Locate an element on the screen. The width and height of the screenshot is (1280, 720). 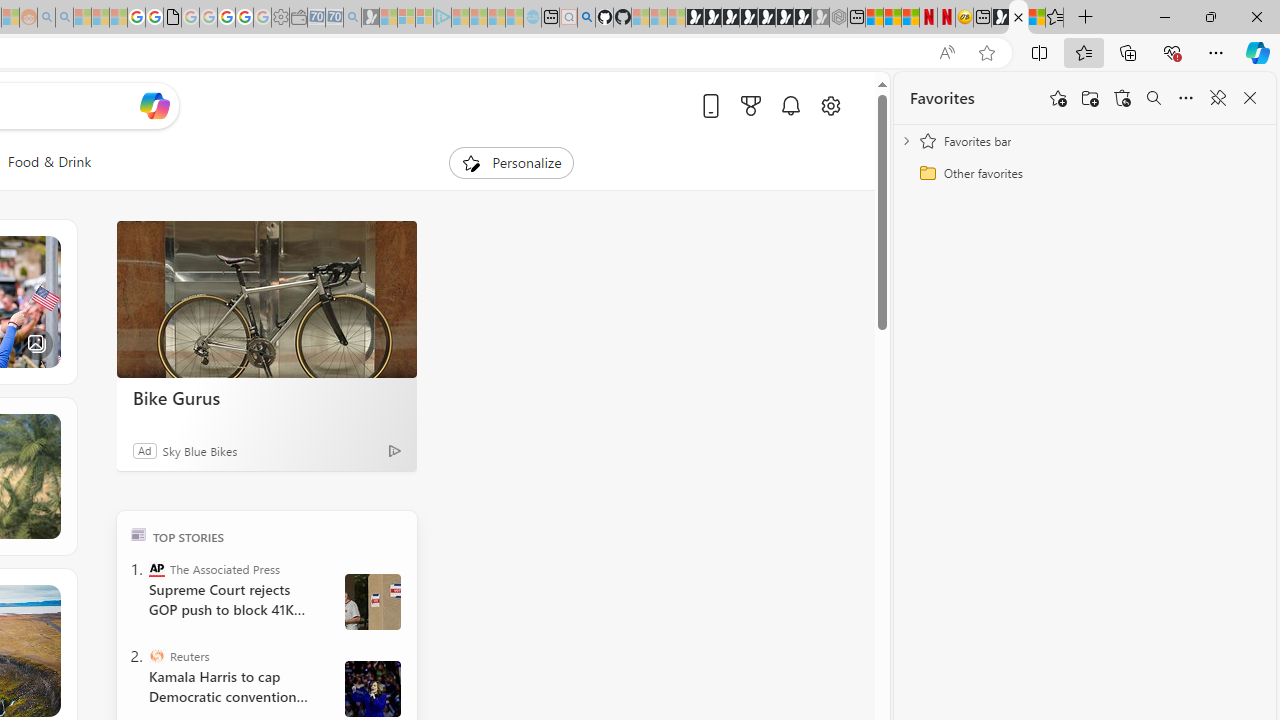
'github - Search' is located at coordinates (585, 17).